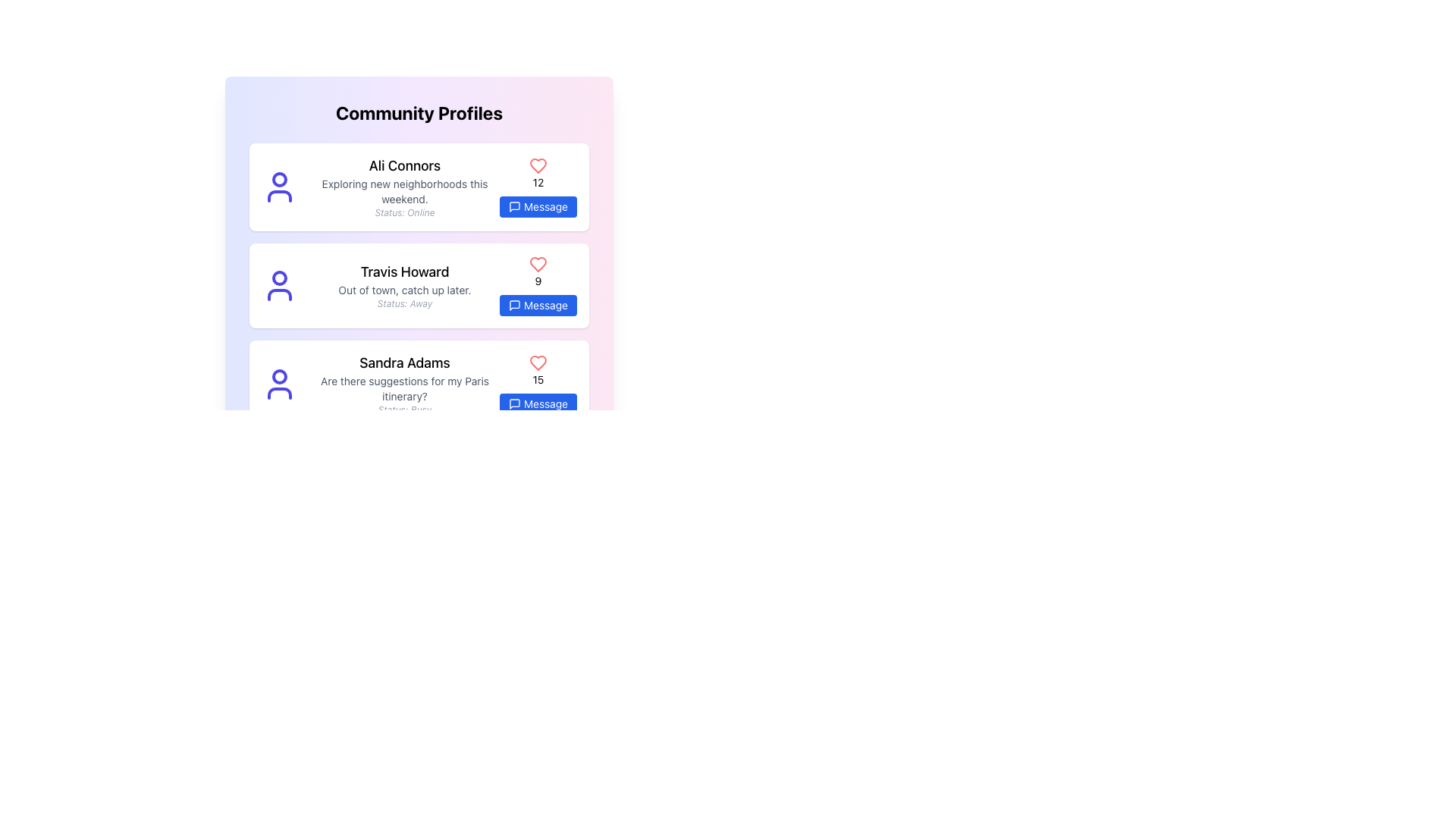 This screenshot has height=819, width=1456. Describe the element at coordinates (515, 305) in the screenshot. I see `the speech bubble icon located to the left of the 'Message' text label in the third 'Message' button of Travis Howard's profile card` at that location.